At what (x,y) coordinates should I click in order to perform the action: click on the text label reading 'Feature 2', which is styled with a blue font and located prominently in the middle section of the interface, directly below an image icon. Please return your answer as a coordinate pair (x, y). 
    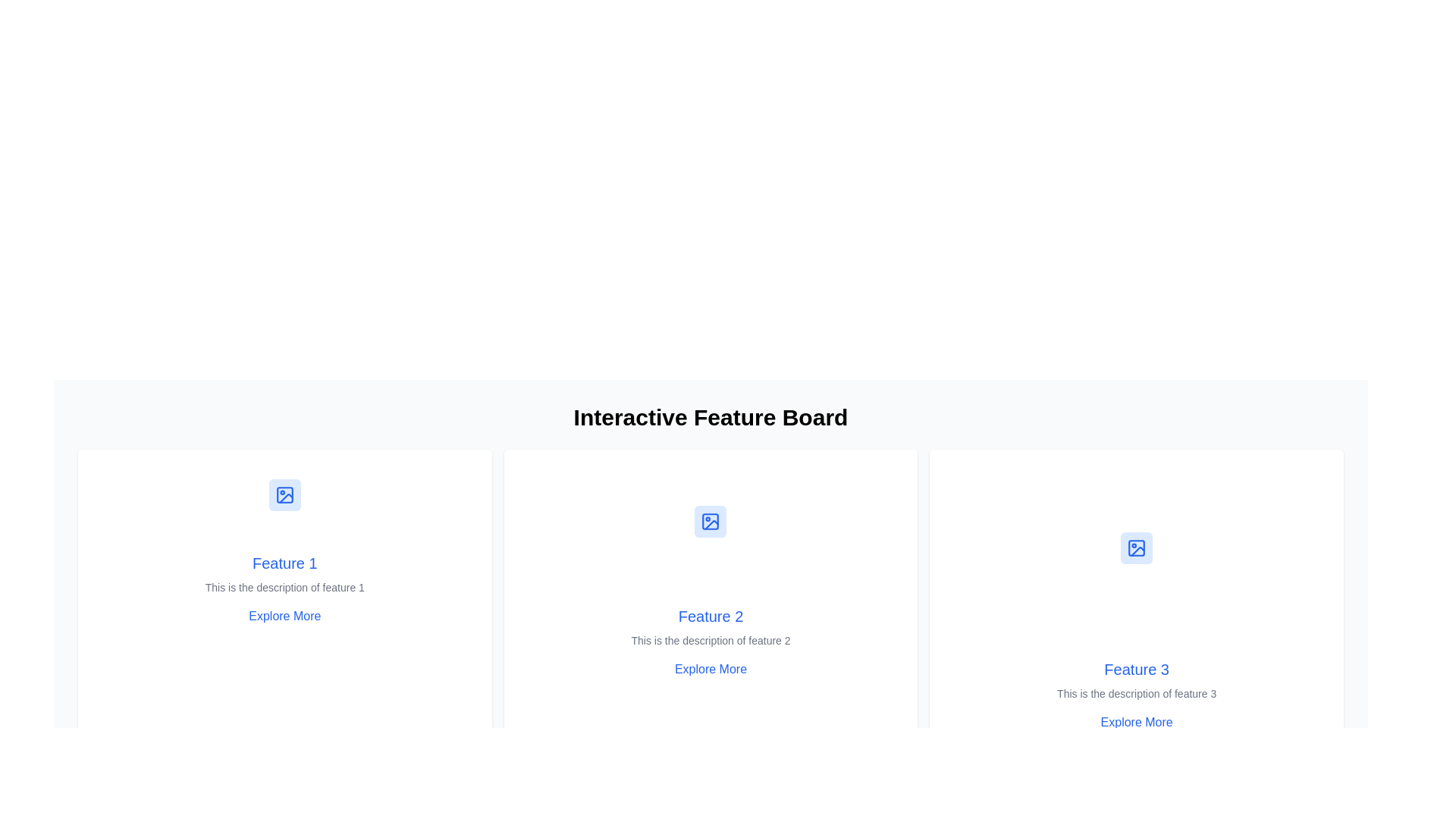
    Looking at the image, I should click on (710, 617).